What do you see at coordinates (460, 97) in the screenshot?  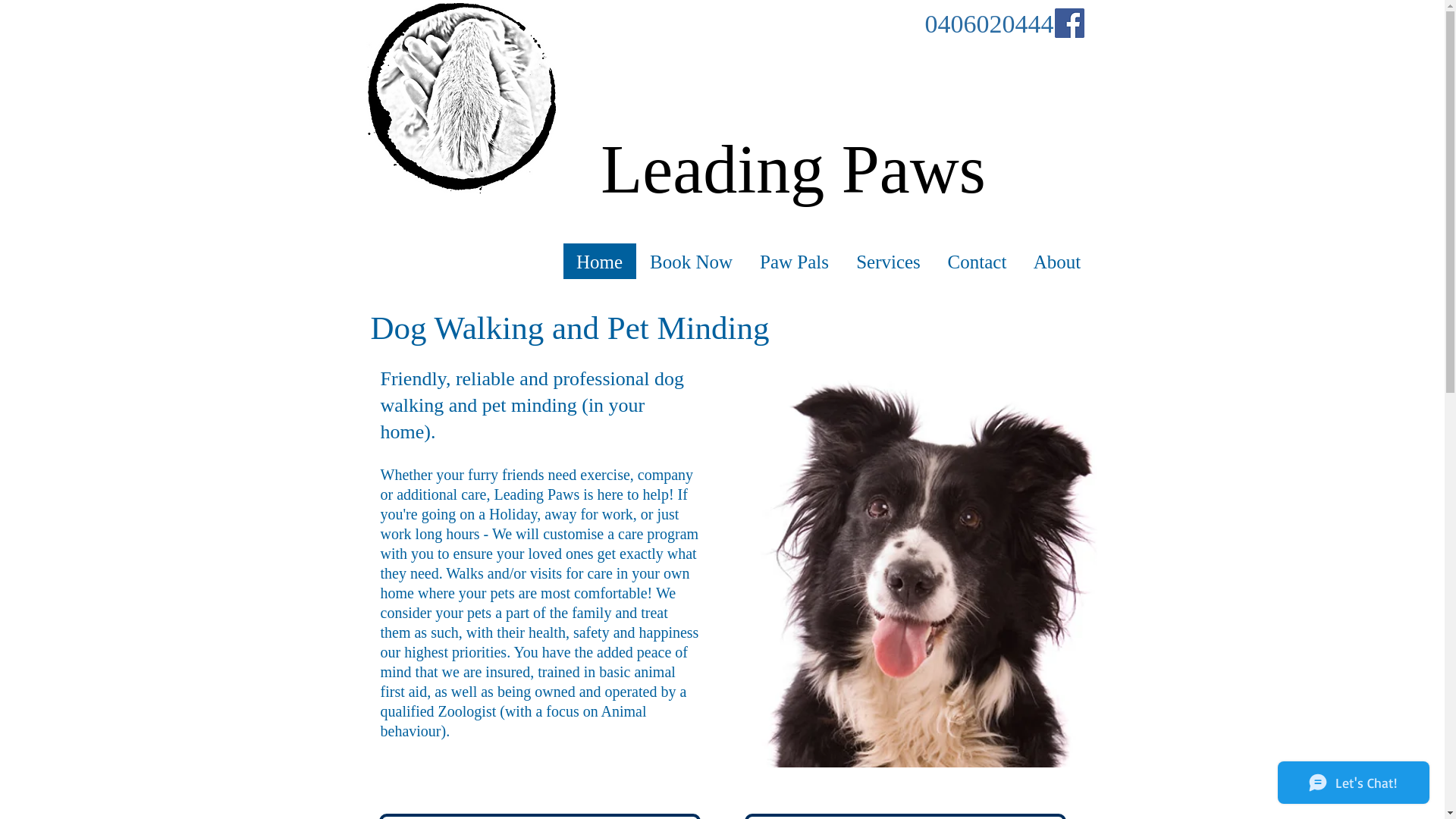 I see `'Leading Paws Logo.png'` at bounding box center [460, 97].